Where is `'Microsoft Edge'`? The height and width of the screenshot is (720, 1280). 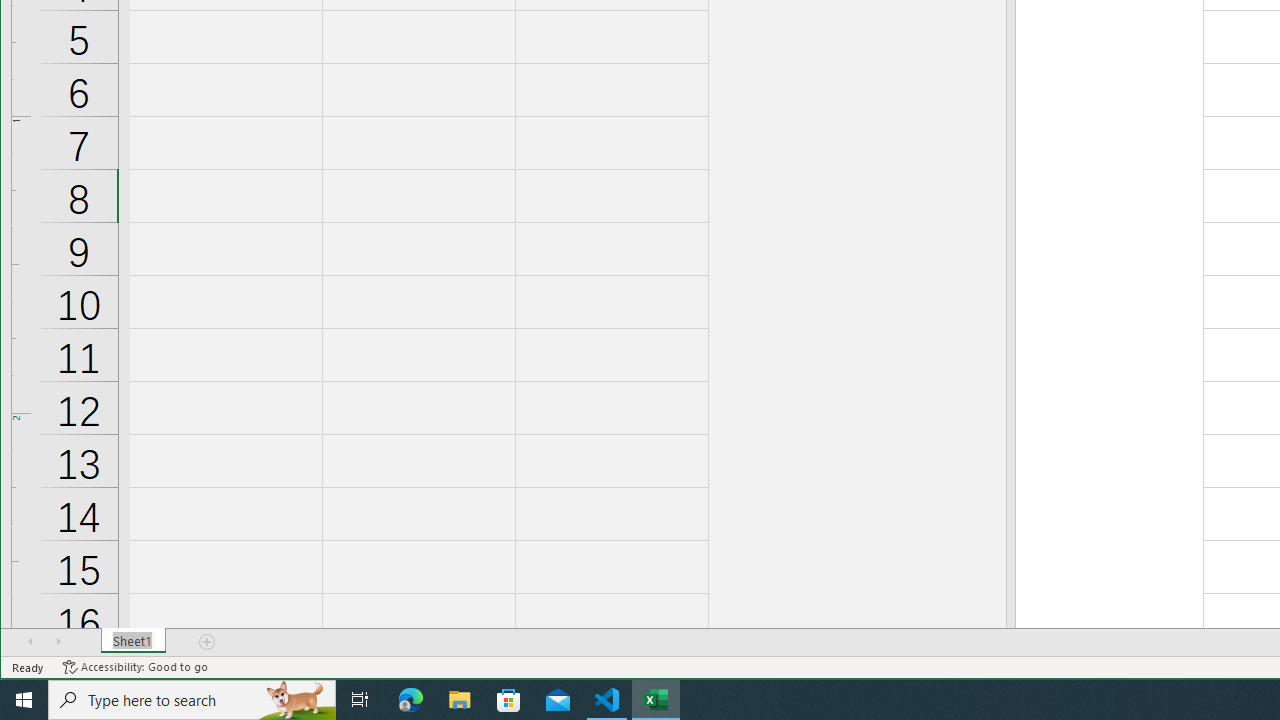 'Microsoft Edge' is located at coordinates (410, 698).